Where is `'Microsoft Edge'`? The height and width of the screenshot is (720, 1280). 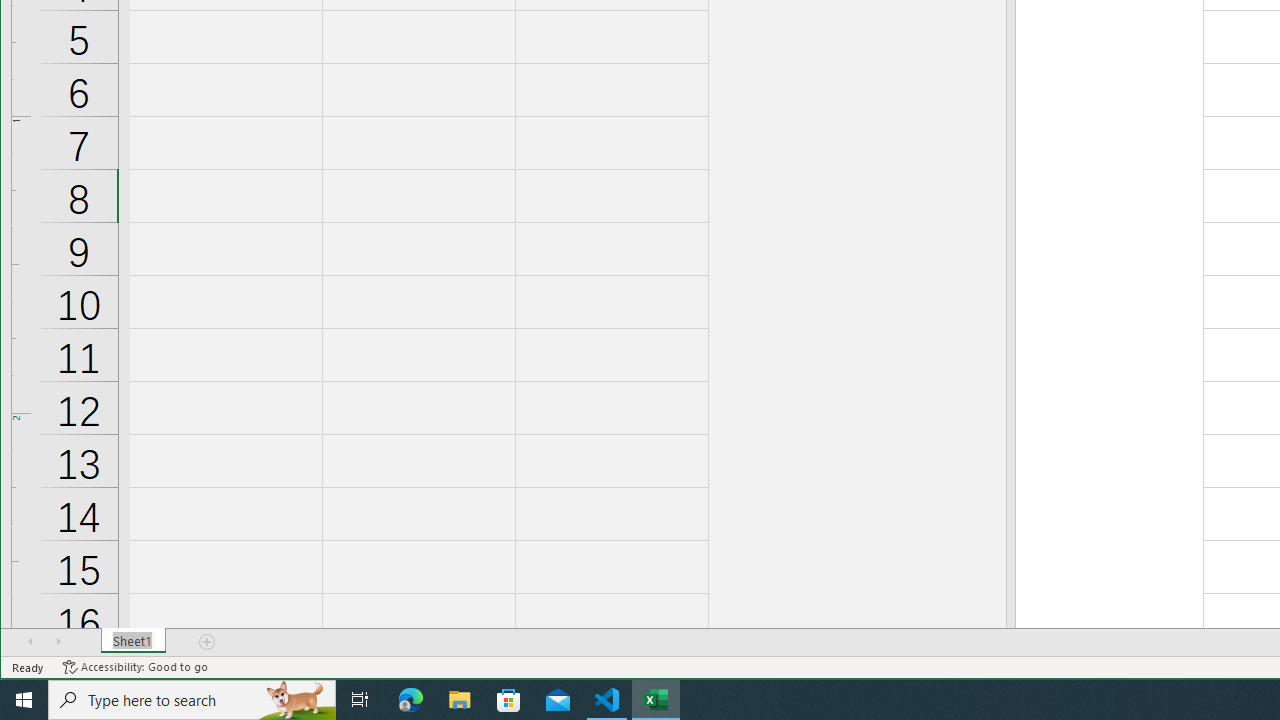 'Microsoft Edge' is located at coordinates (410, 698).